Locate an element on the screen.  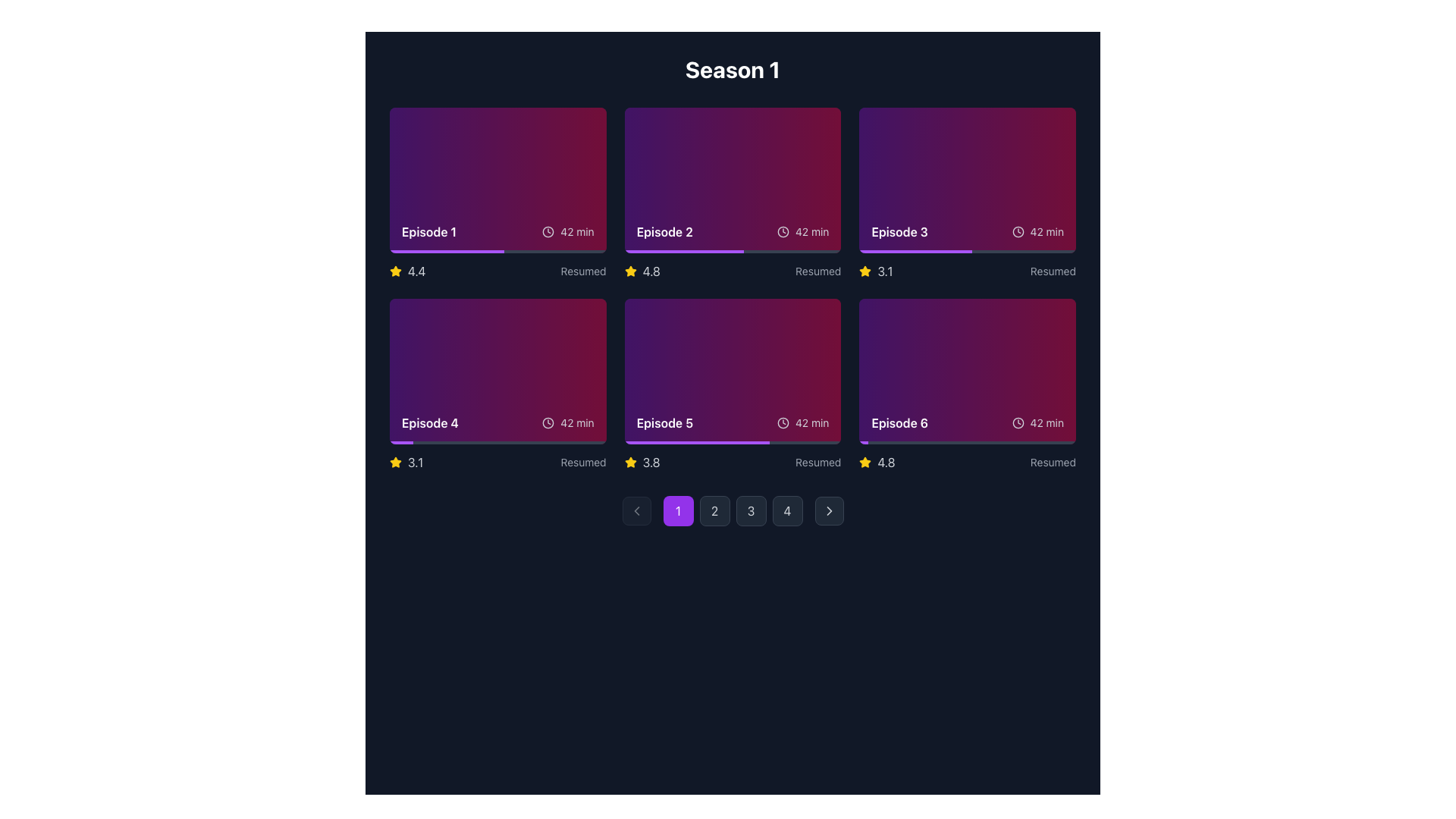
value displayed in the text rating indicator '3.8' located to the right of the yellow outlined star icon under the 'Episode 5' card in the season grid is located at coordinates (642, 461).